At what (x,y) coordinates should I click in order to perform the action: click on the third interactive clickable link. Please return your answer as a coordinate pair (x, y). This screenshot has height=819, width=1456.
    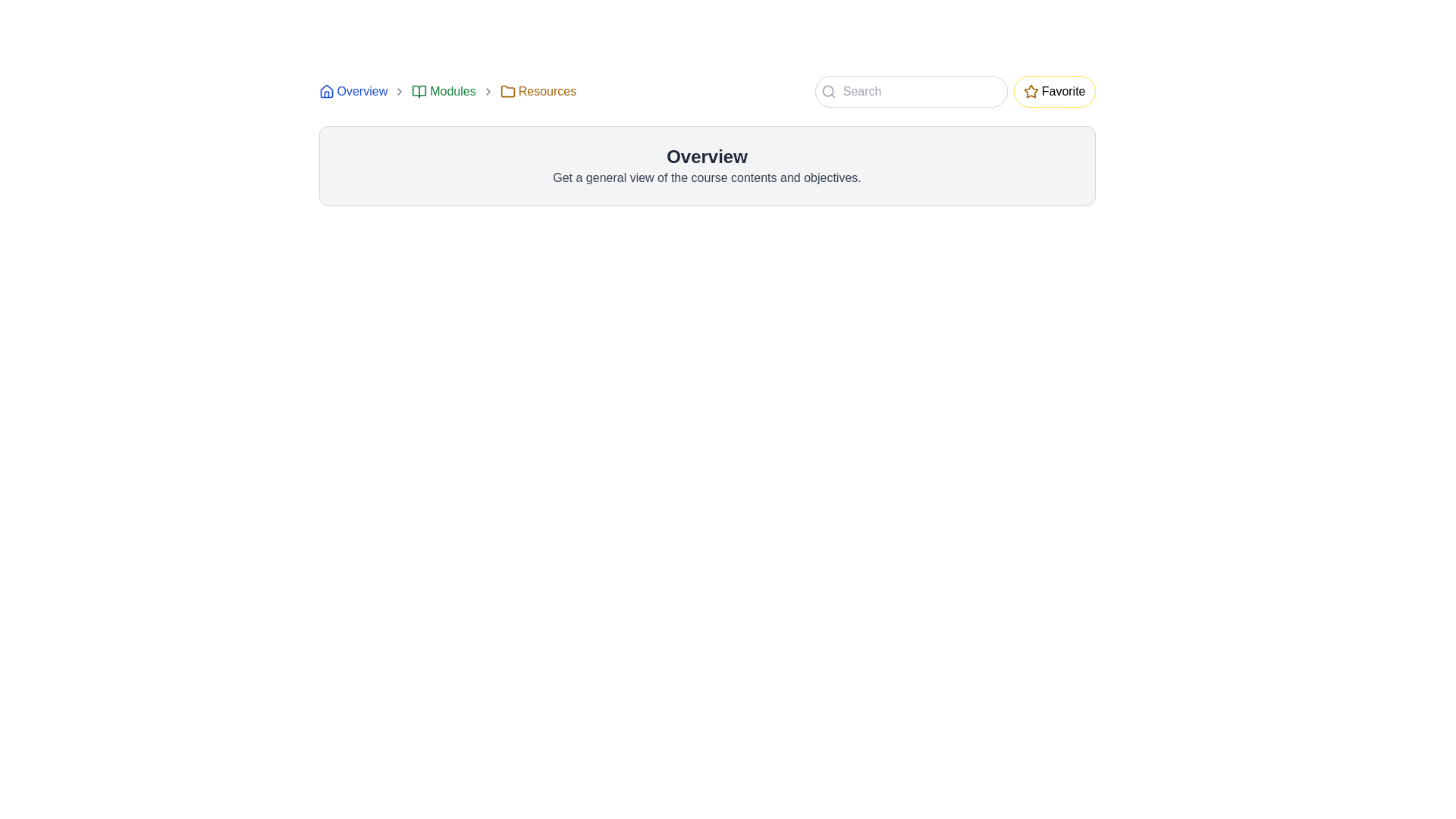
    Looking at the image, I should click on (538, 91).